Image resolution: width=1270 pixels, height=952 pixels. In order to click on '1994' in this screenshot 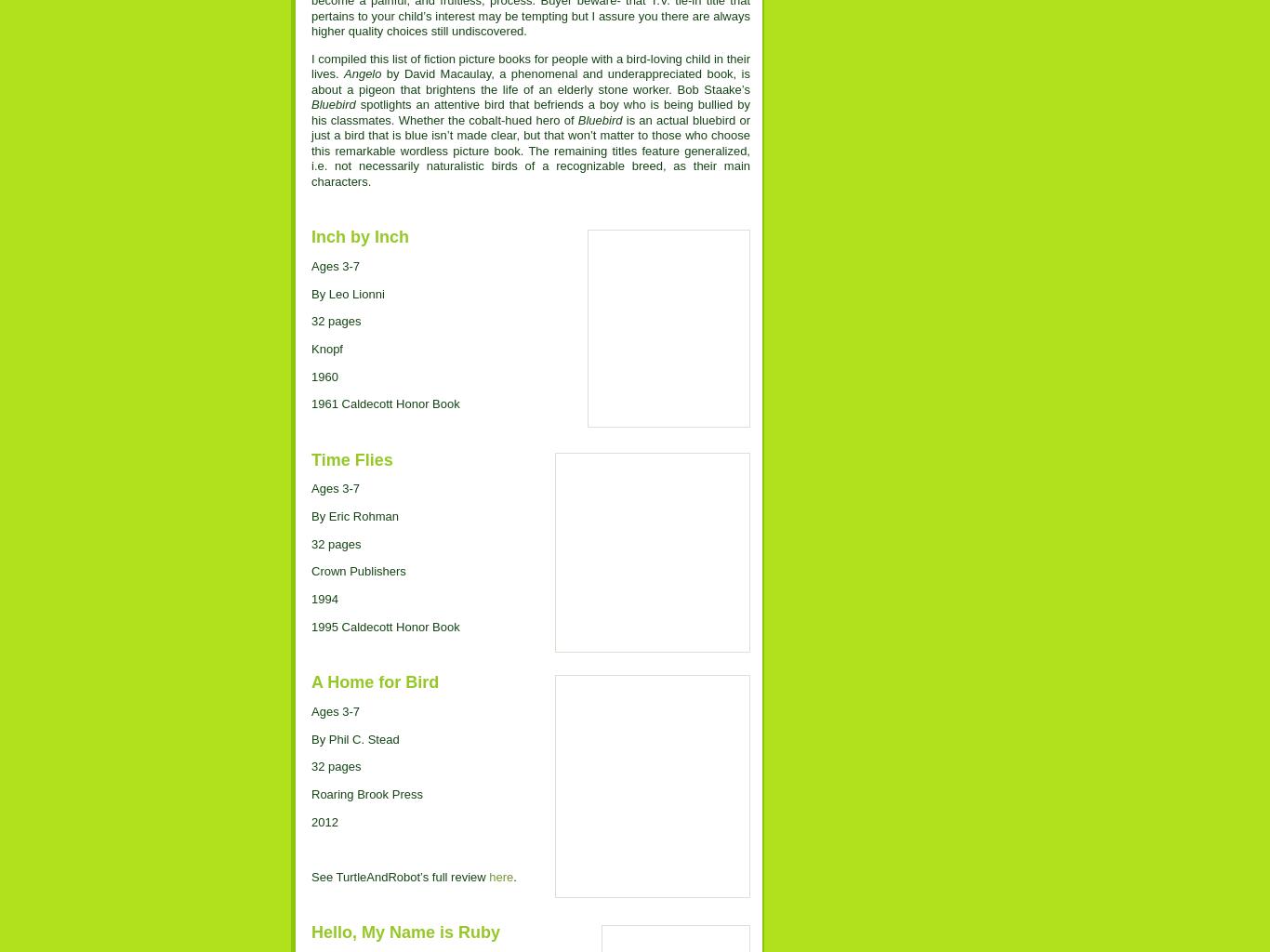, I will do `click(324, 598)`.